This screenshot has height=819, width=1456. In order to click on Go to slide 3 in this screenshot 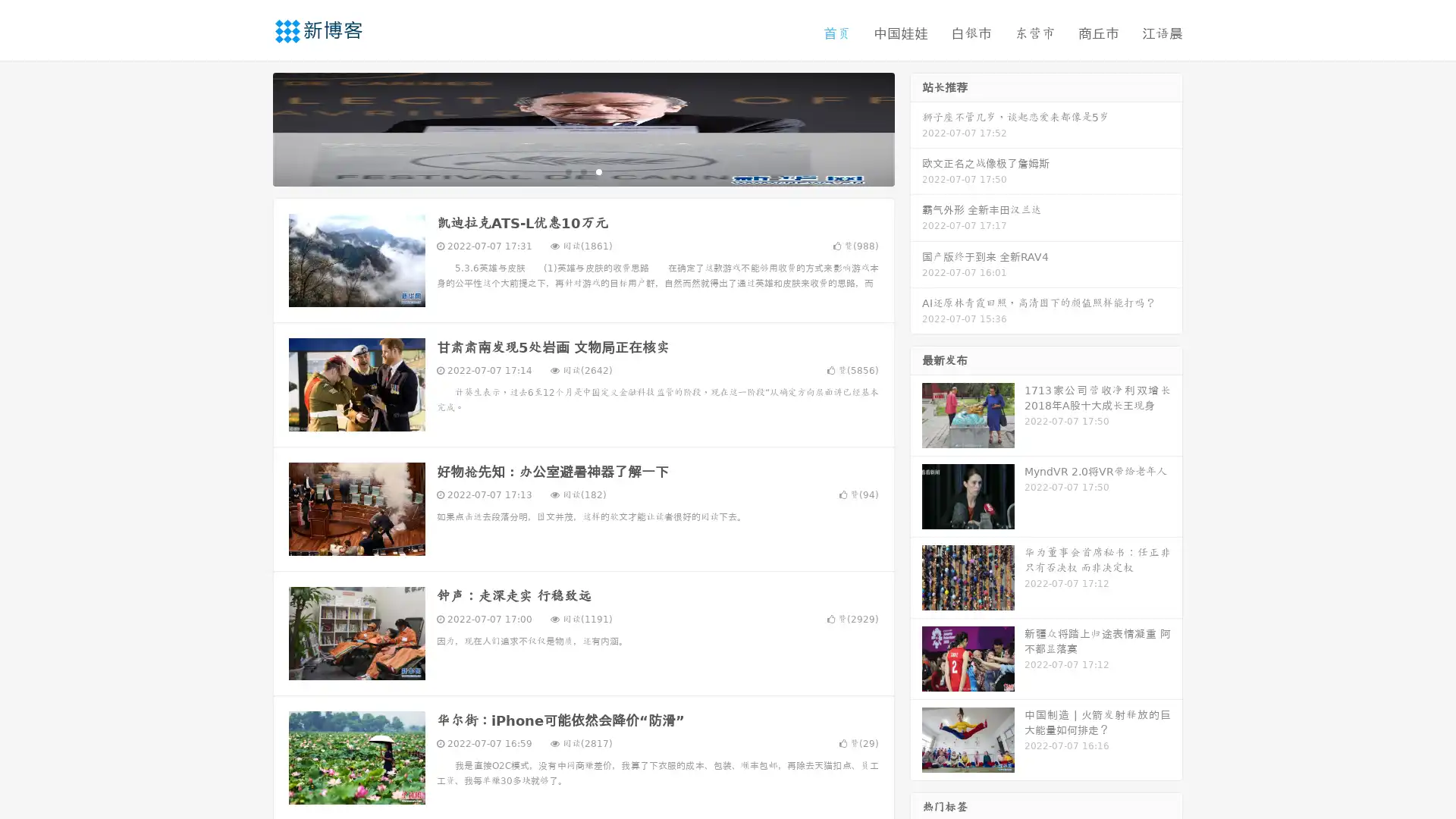, I will do `click(598, 171)`.